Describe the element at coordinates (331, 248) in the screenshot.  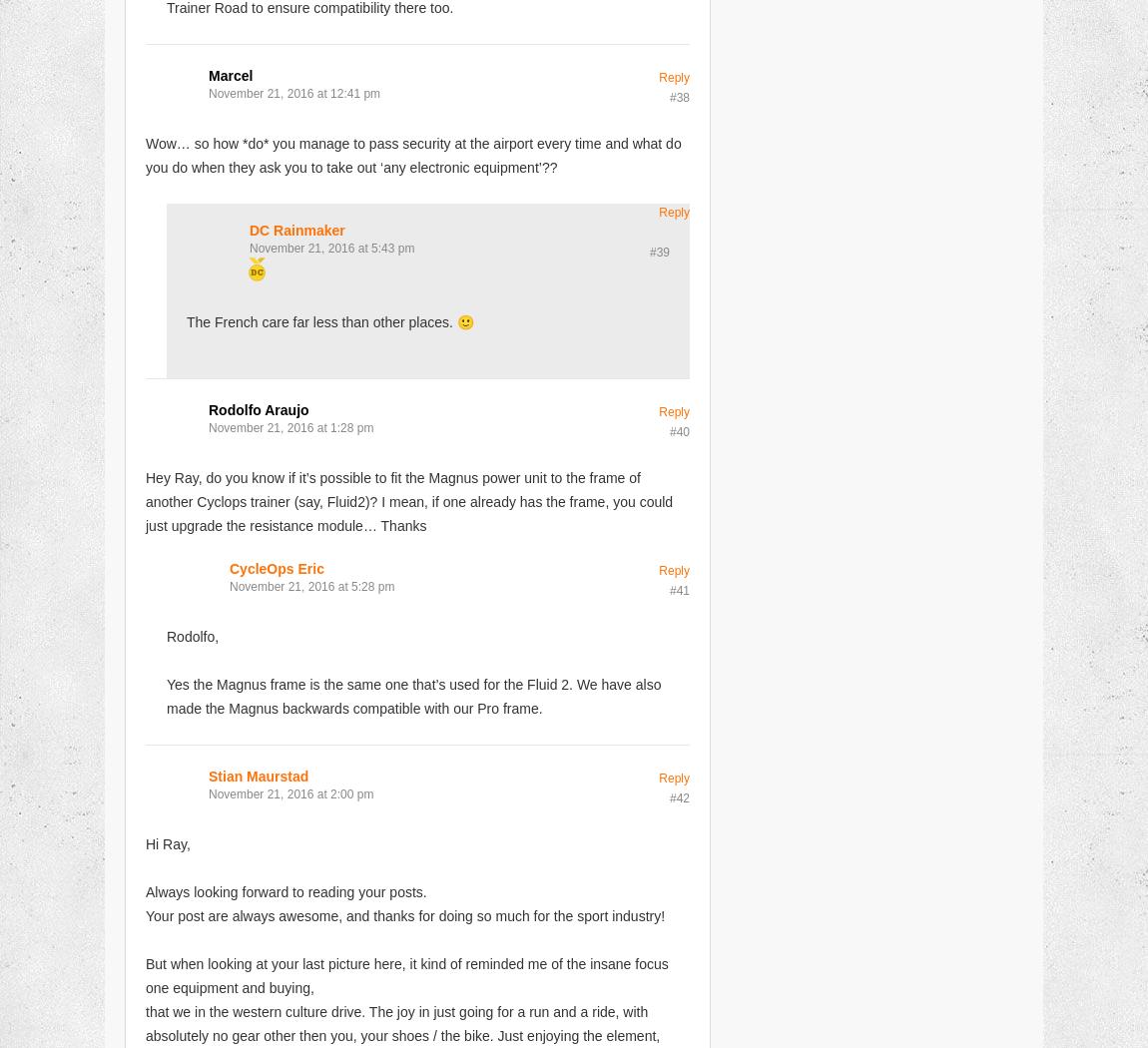
I see `'November 21, 2016 at 5:43 pm'` at that location.